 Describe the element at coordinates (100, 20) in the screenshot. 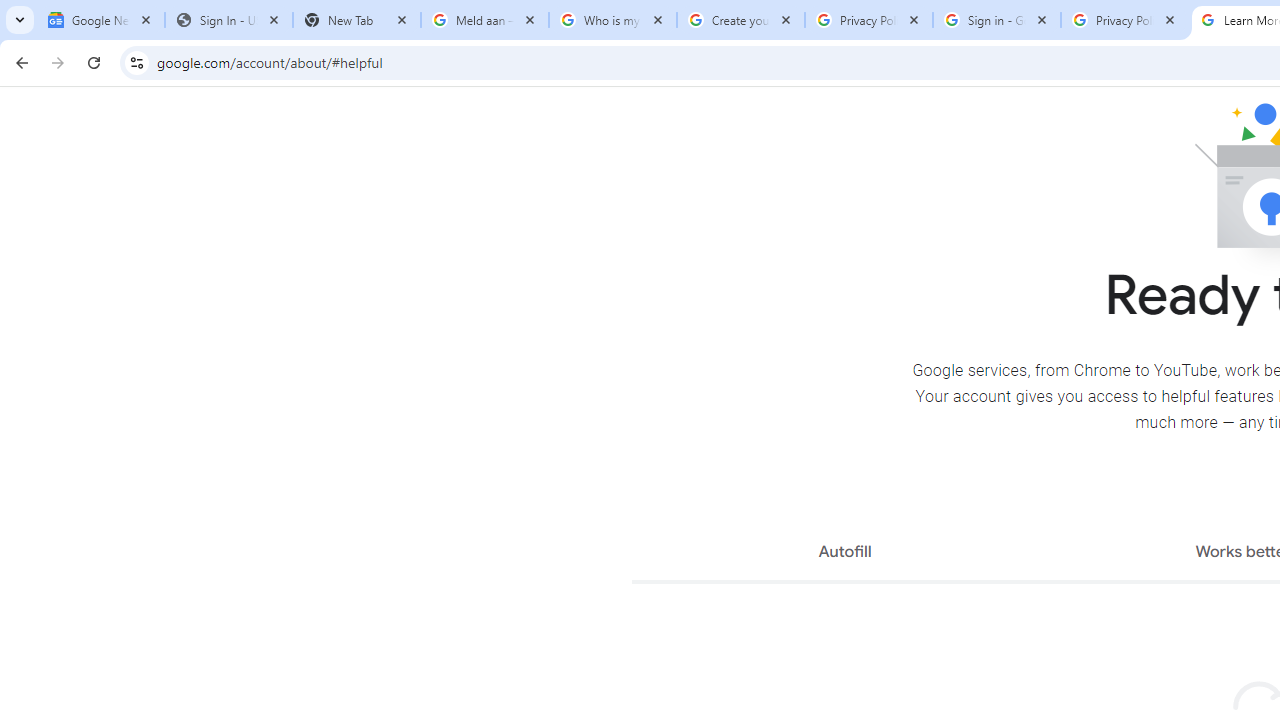

I see `'Google News'` at that location.